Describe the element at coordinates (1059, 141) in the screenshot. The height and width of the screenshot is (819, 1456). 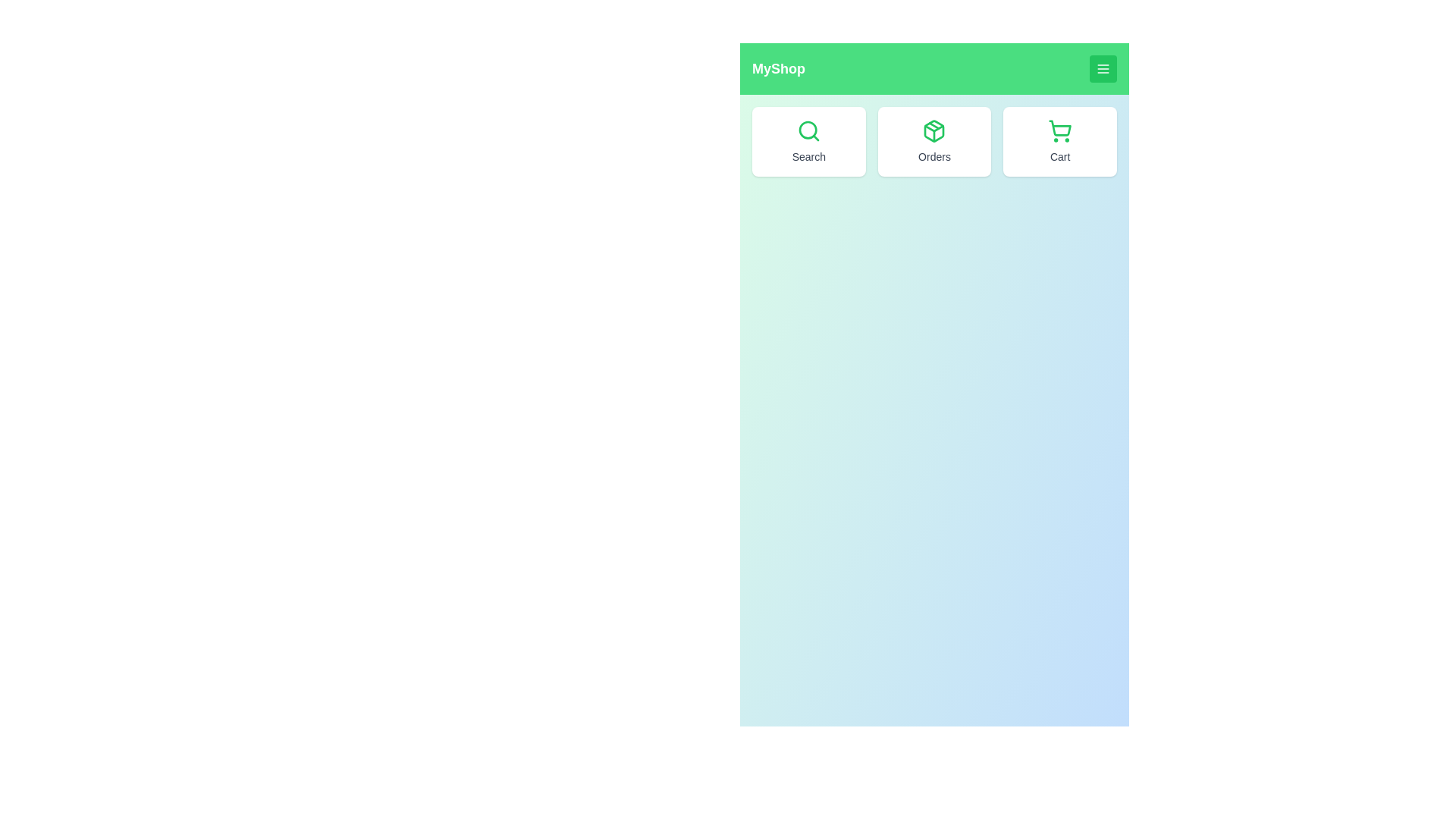
I see `the 'Cart' button to view the cart contents` at that location.